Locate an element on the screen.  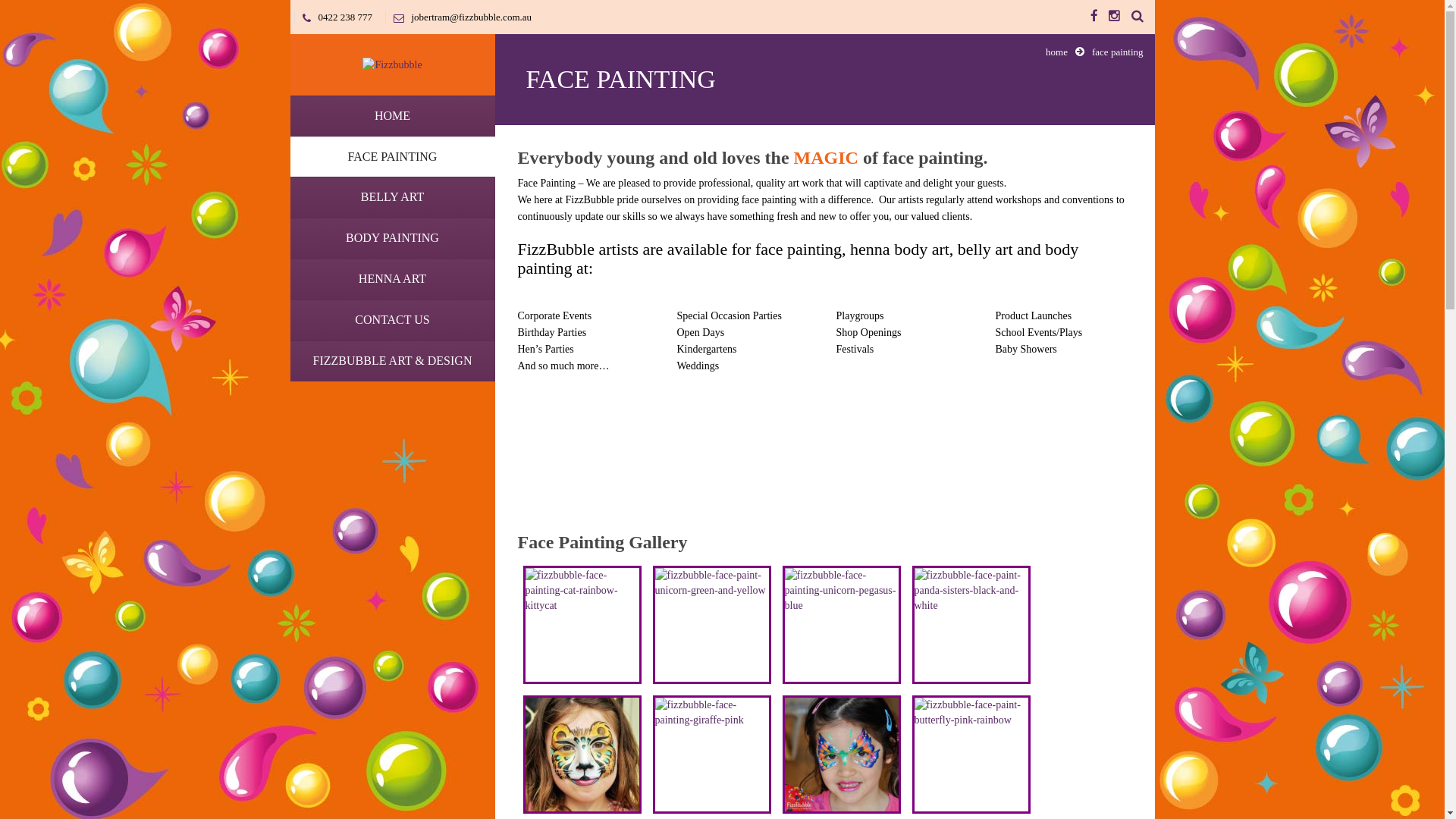
'fizzbubble-face-paint-panda-sisters-black-and-white' is located at coordinates (971, 625).